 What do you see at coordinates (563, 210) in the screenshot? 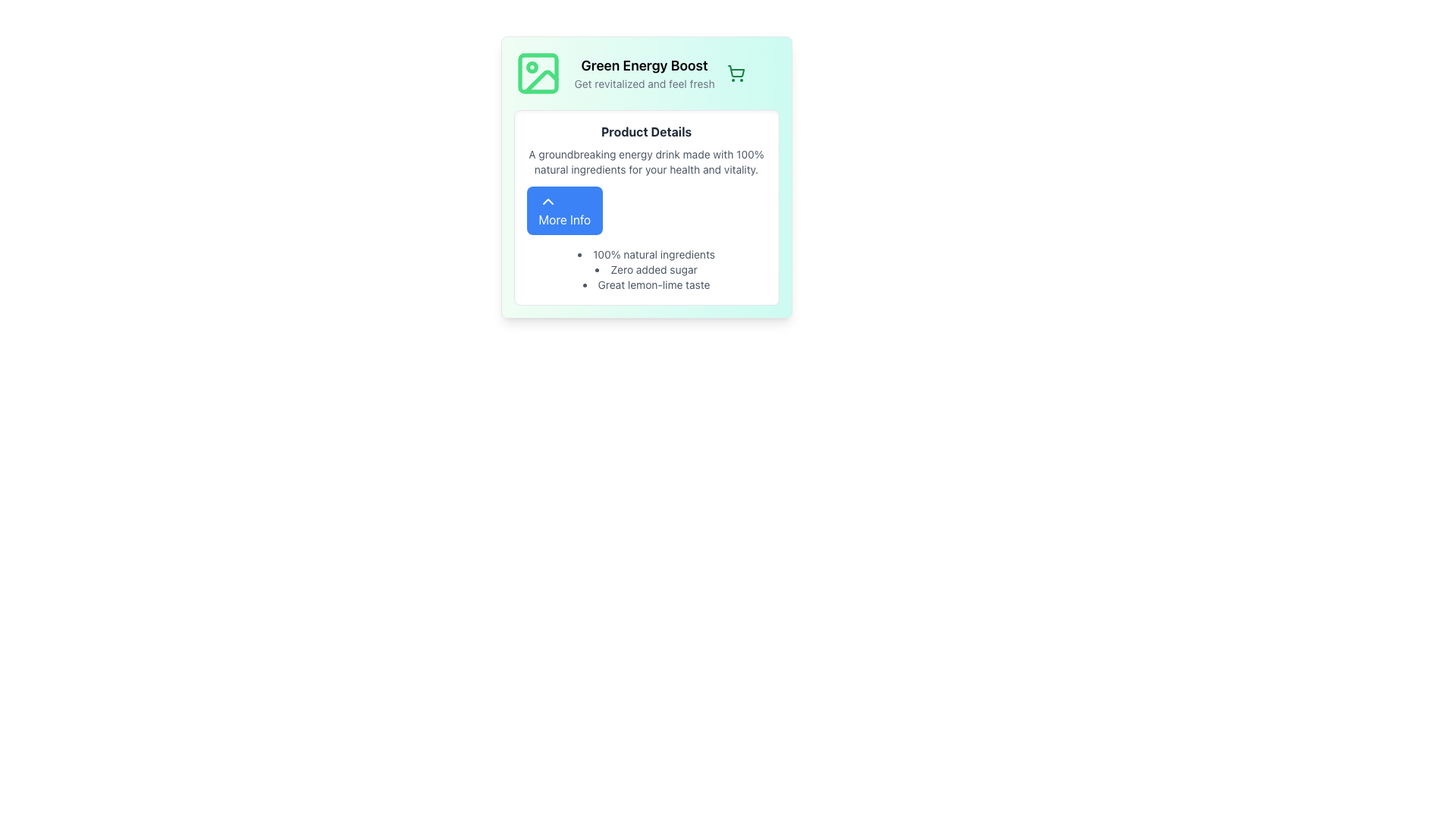
I see `the button located in the lower part of the card, centered horizontally and directly under the description text` at bounding box center [563, 210].